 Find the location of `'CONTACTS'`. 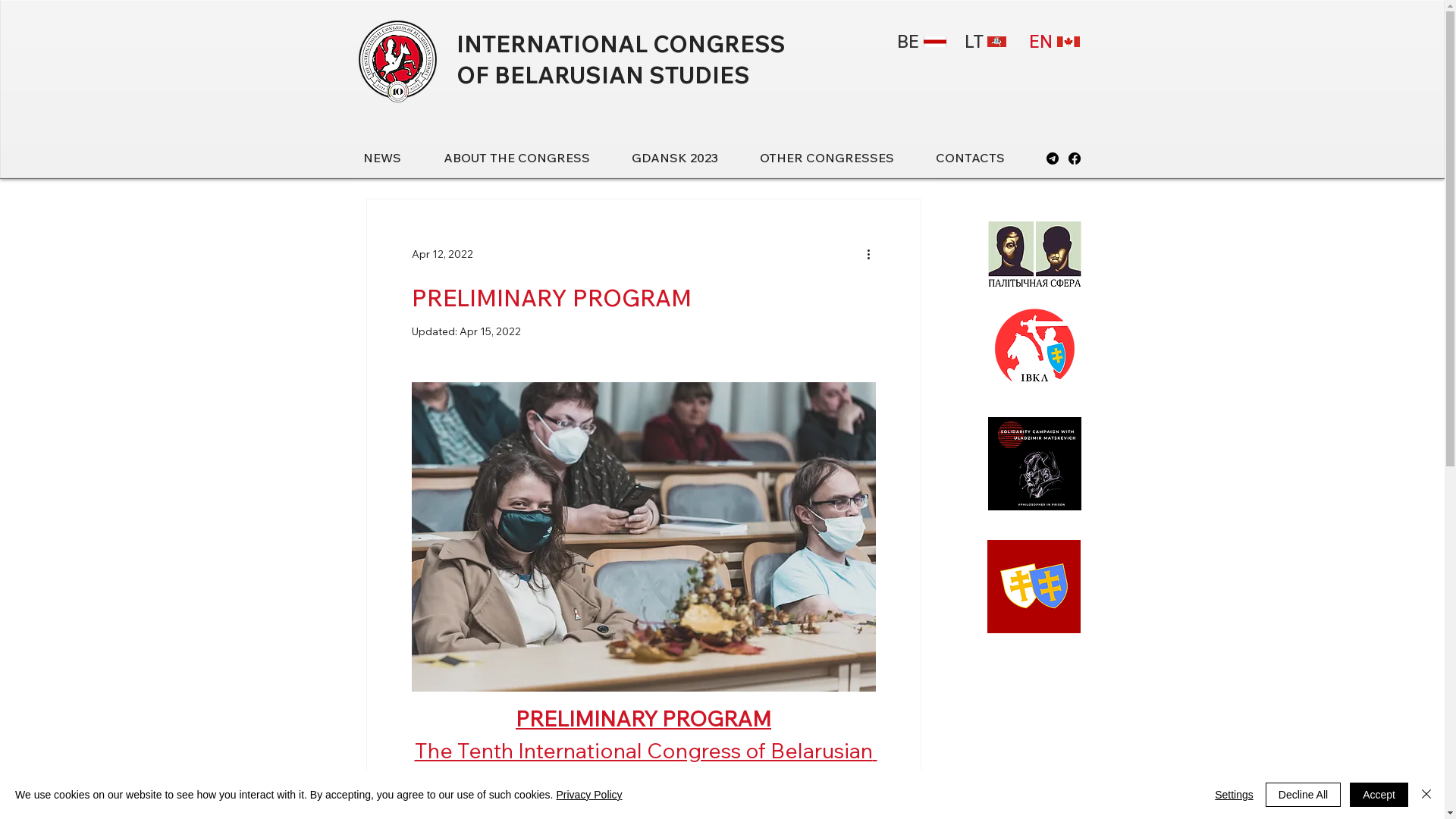

'CONTACTS' is located at coordinates (983, 158).